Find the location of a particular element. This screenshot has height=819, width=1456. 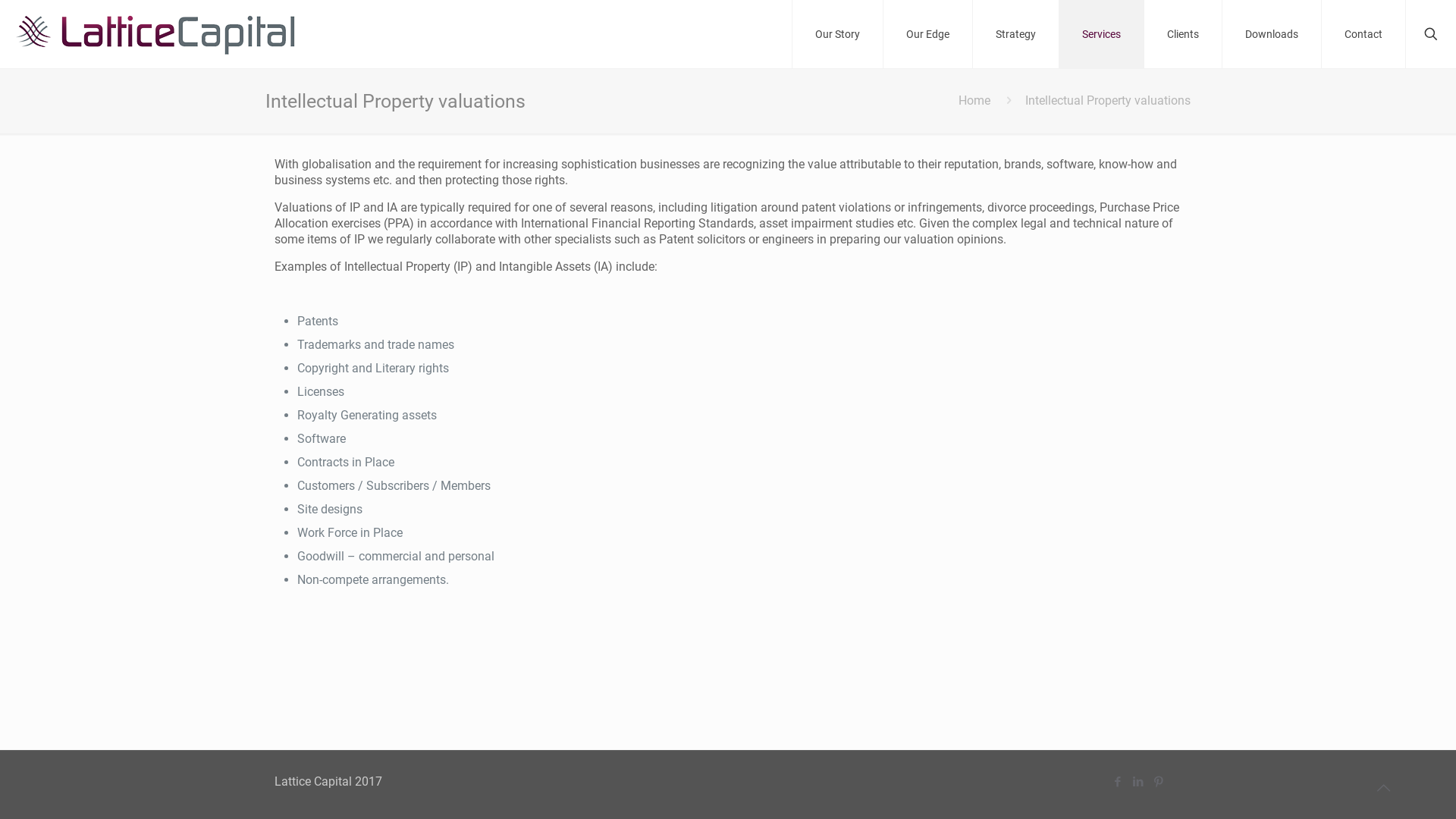

'Services' is located at coordinates (1102, 34).